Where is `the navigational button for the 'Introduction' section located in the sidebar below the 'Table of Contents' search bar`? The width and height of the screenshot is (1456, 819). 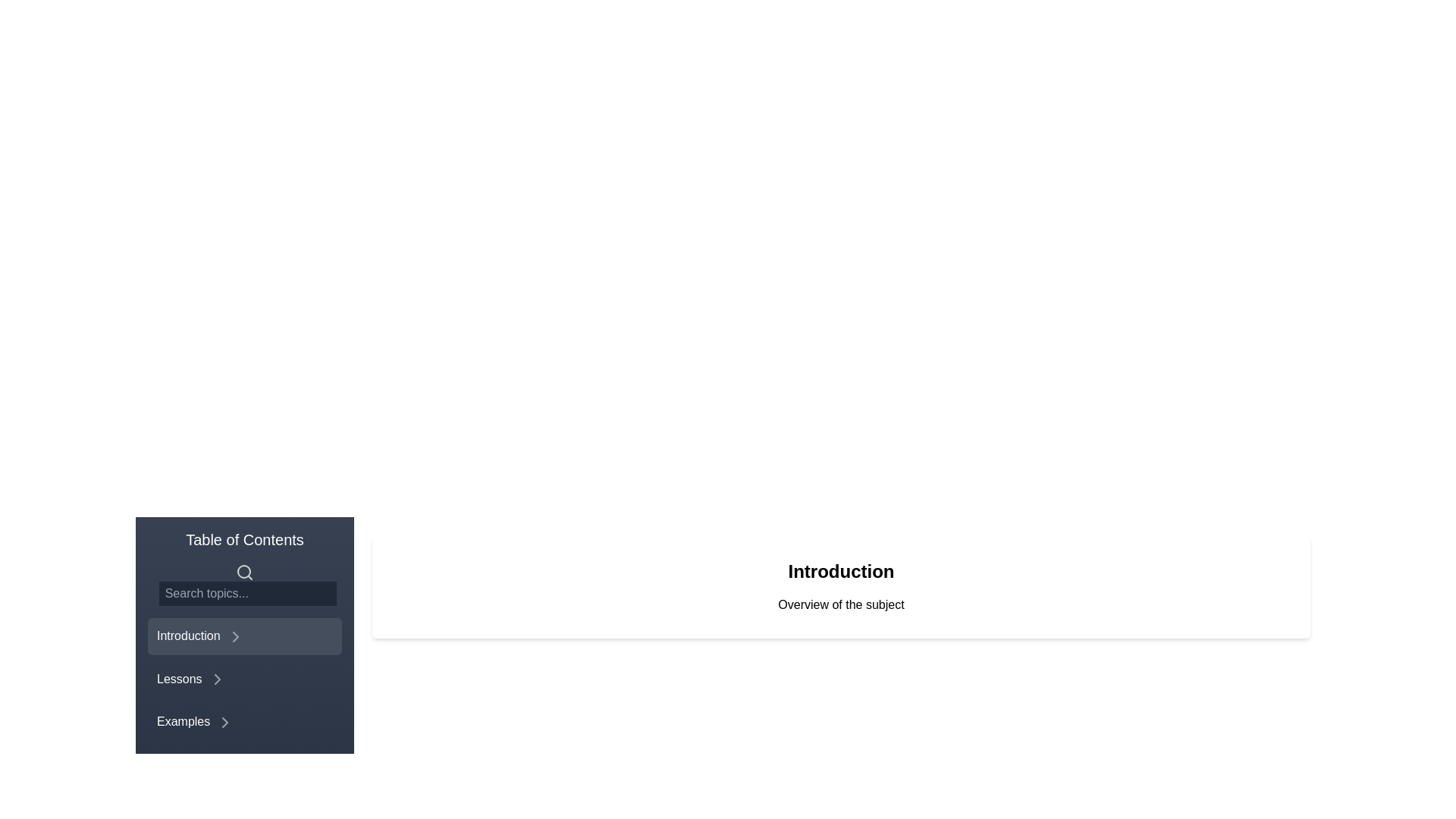
the navigational button for the 'Introduction' section located in the sidebar below the 'Table of Contents' search bar is located at coordinates (244, 636).